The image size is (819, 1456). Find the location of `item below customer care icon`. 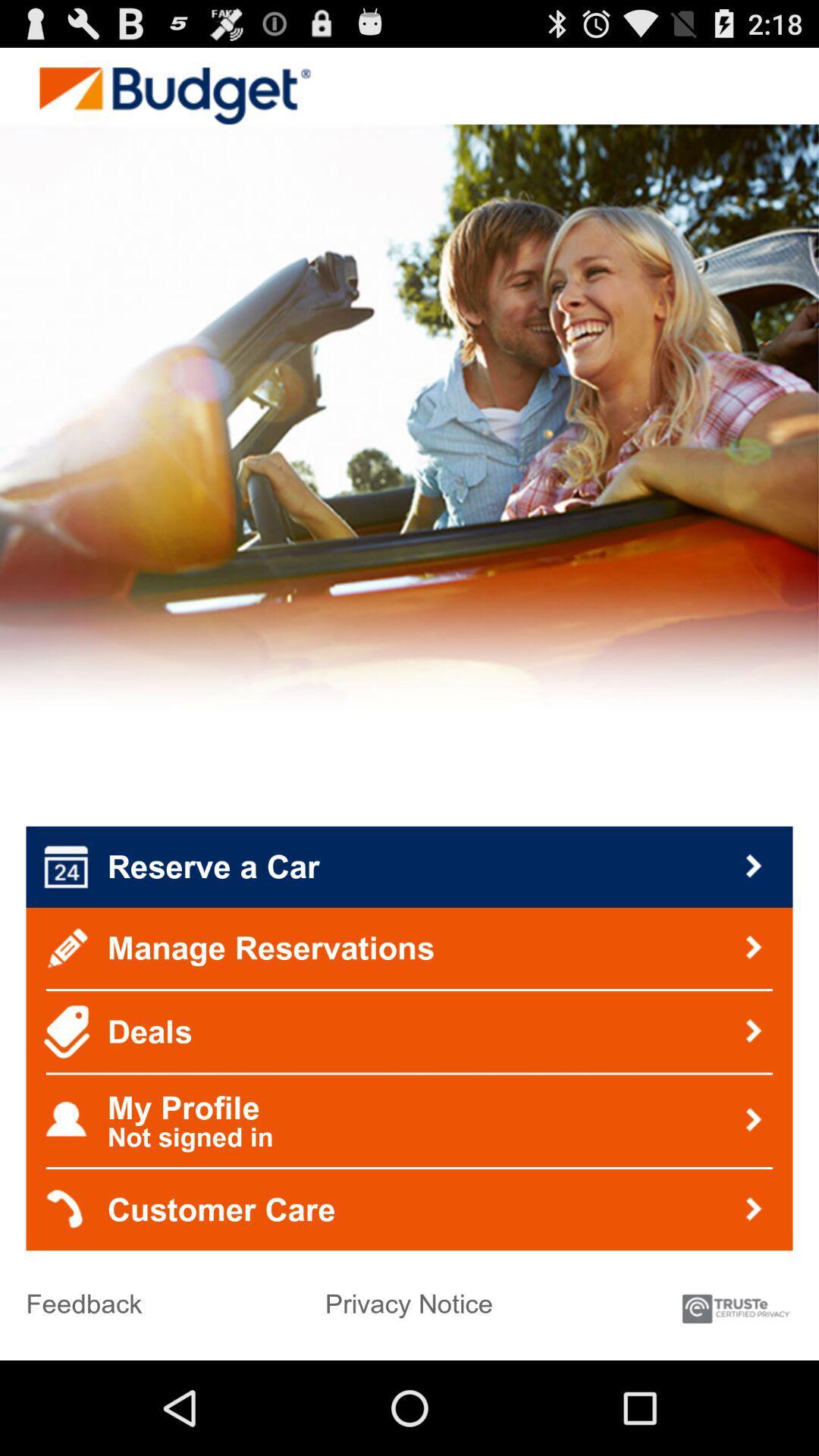

item below customer care icon is located at coordinates (408, 1297).